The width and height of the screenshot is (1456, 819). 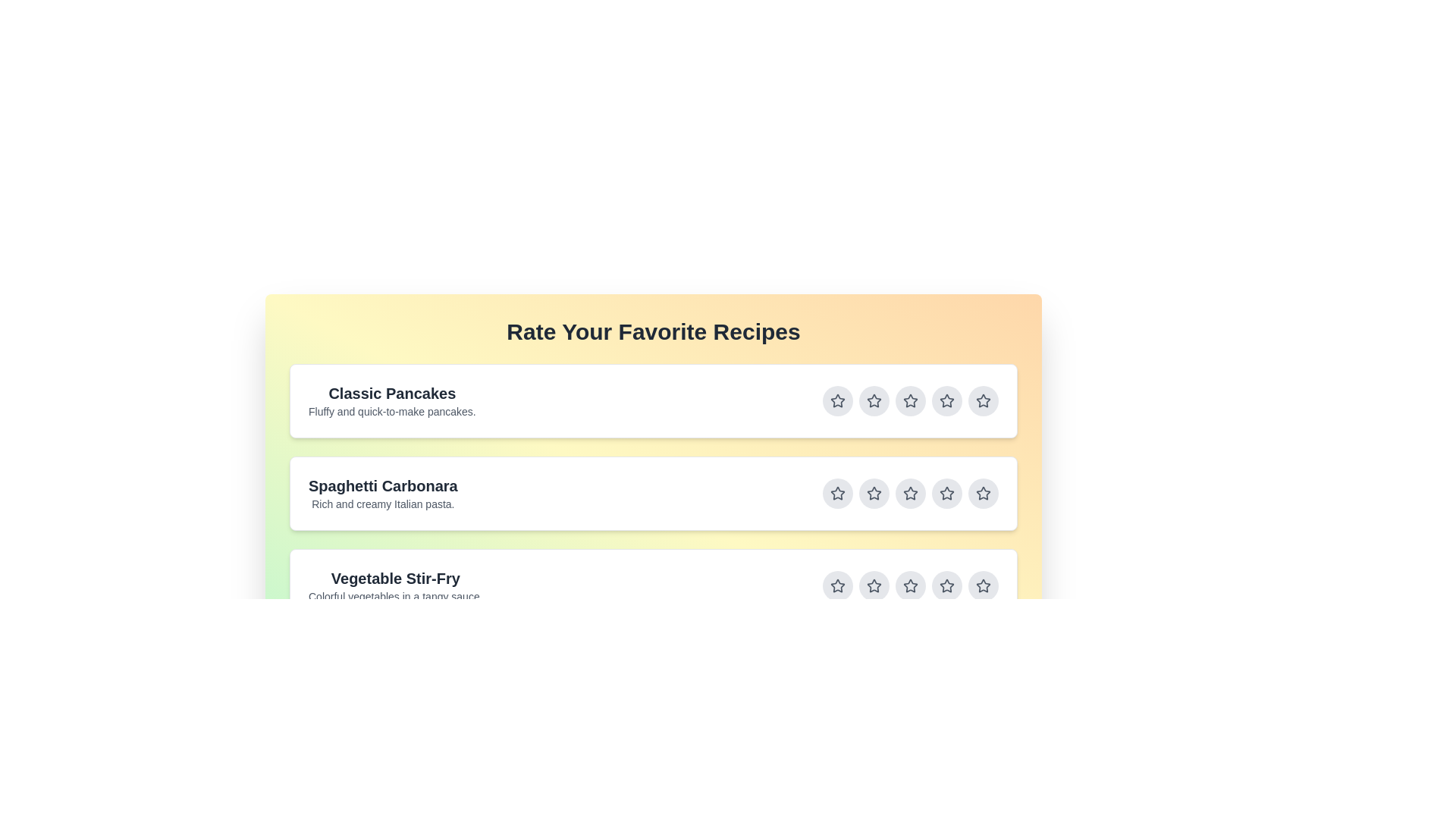 What do you see at coordinates (874, 494) in the screenshot?
I see `the star button for rating 2 of the recipe Spaghetti Carbonara` at bounding box center [874, 494].